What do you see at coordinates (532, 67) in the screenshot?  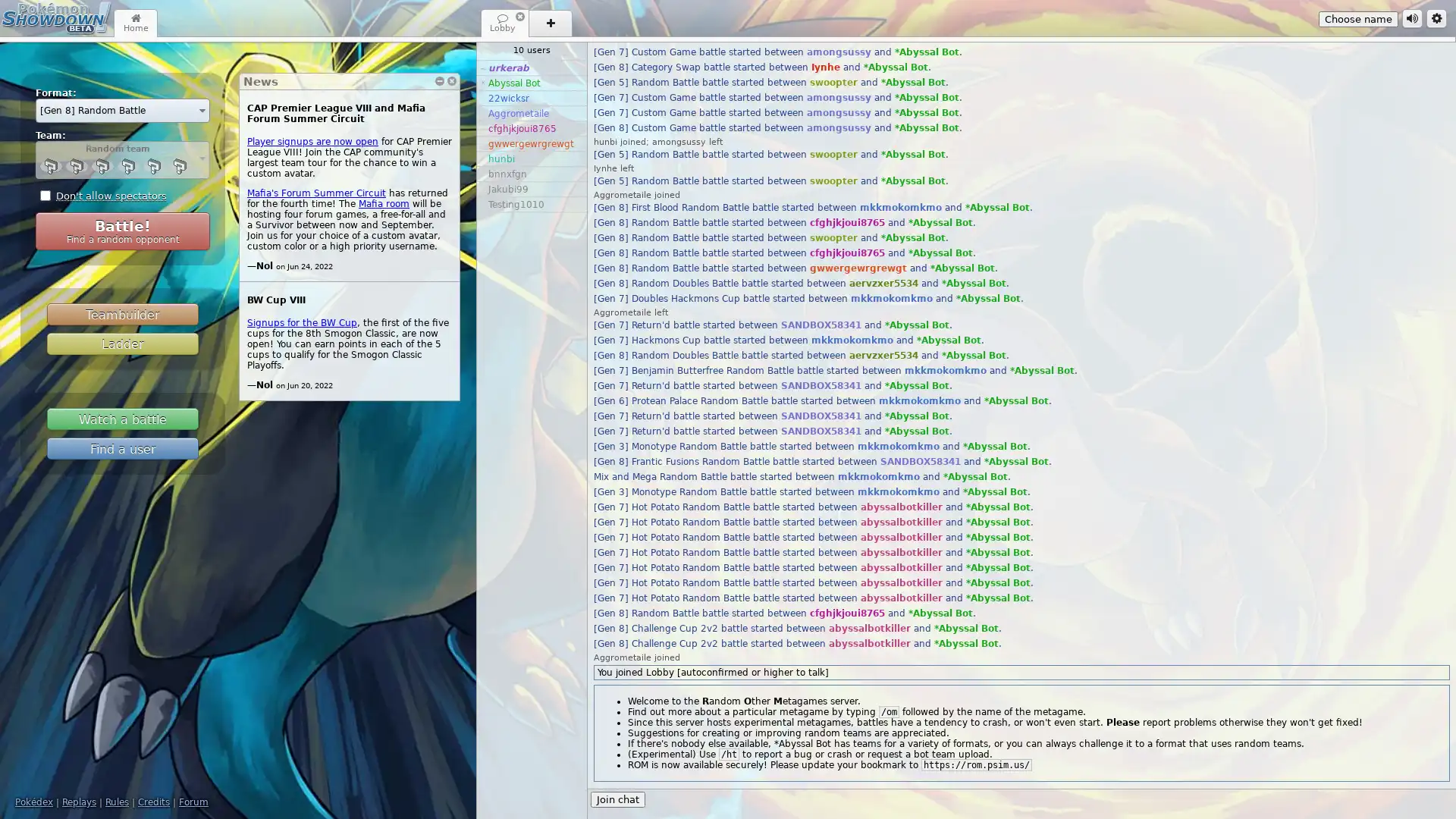 I see `~ urkerab` at bounding box center [532, 67].